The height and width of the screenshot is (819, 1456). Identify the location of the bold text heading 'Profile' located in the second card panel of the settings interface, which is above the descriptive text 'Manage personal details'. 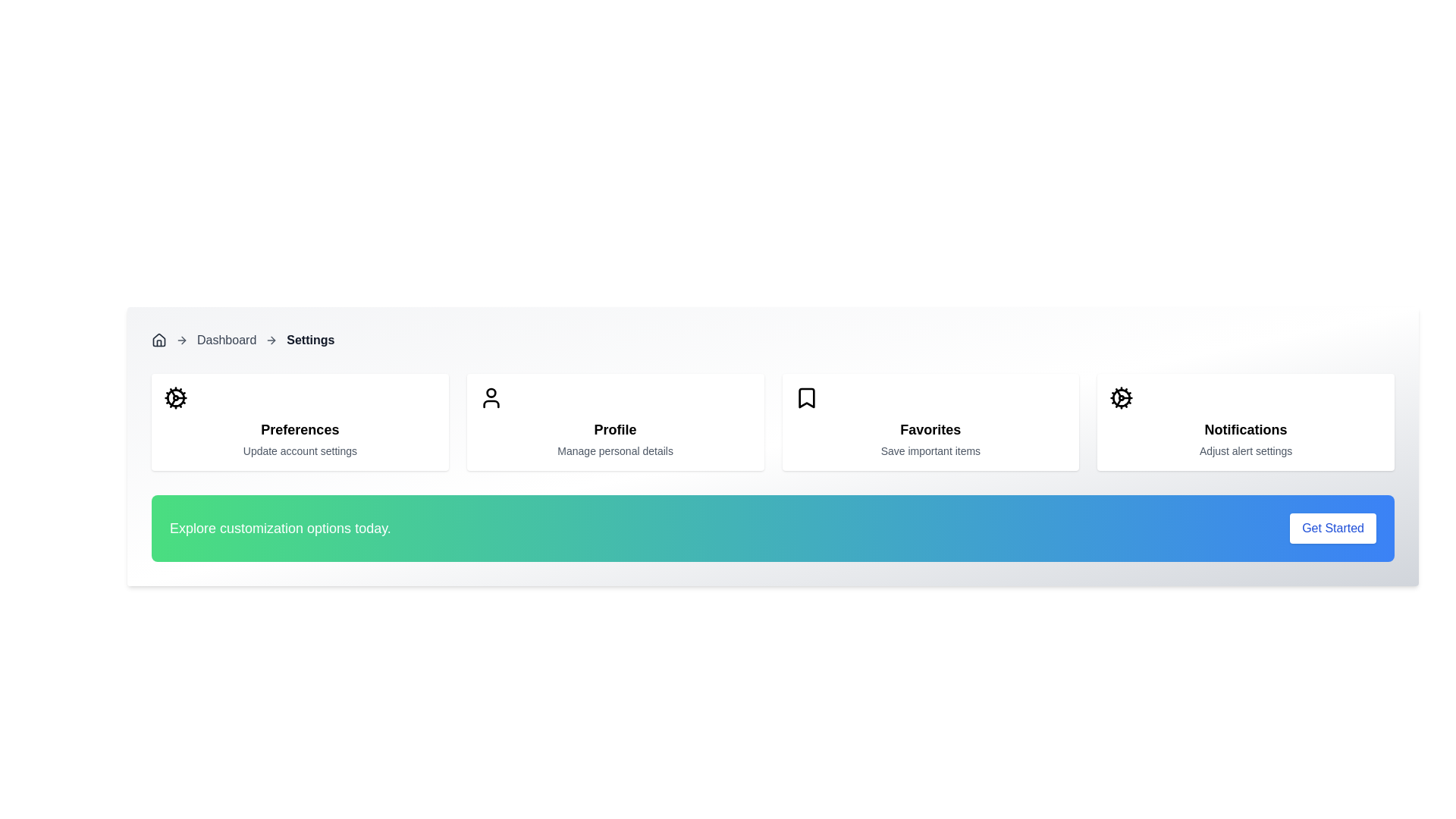
(615, 430).